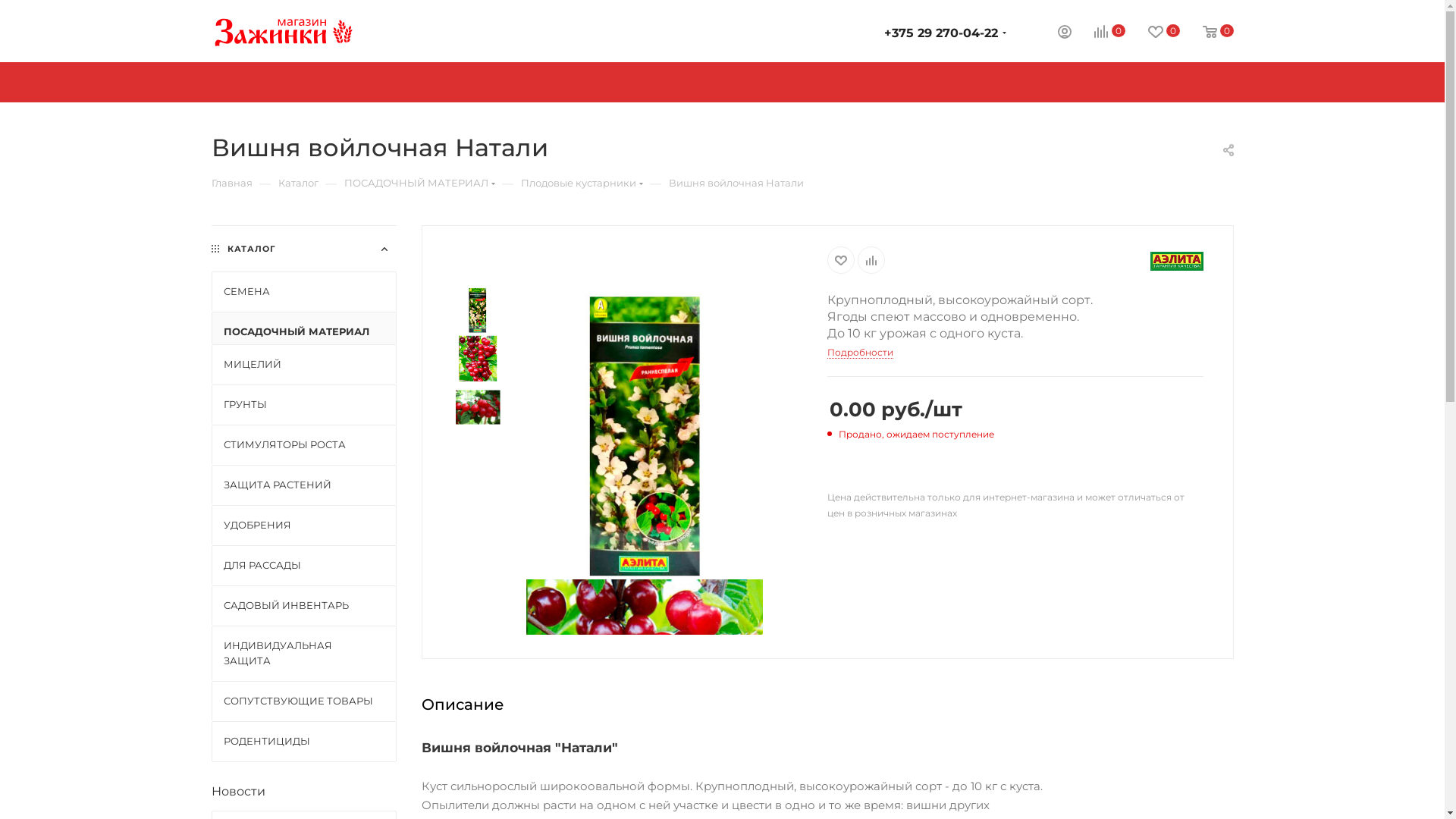 Image resolution: width=1456 pixels, height=819 pixels. What do you see at coordinates (940, 33) in the screenshot?
I see `'+375 29 270-04-22'` at bounding box center [940, 33].